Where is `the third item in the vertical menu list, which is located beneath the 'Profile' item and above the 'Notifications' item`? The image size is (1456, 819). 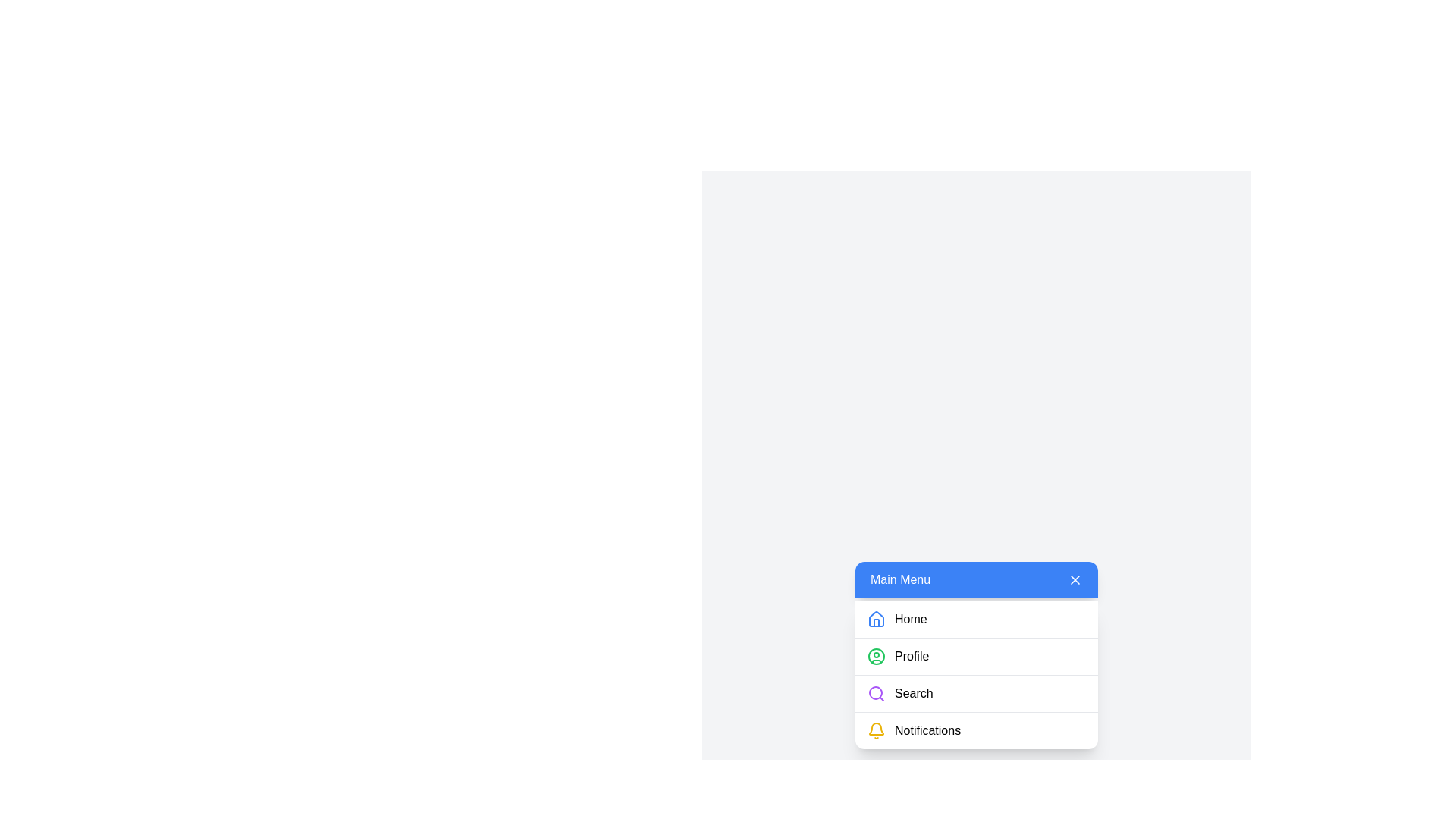 the third item in the vertical menu list, which is located beneath the 'Profile' item and above the 'Notifications' item is located at coordinates (976, 693).